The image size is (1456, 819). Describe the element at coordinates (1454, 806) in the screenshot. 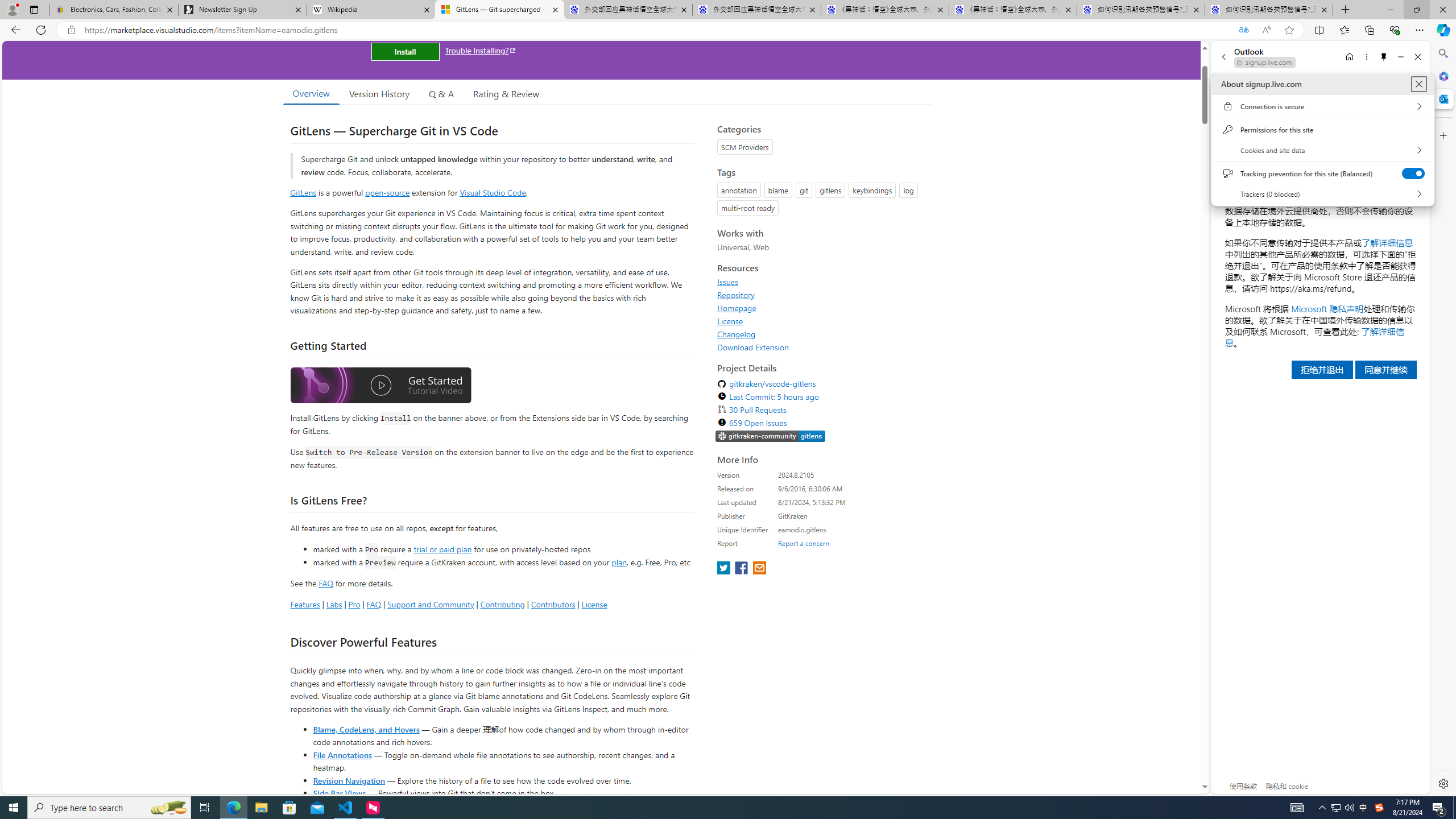

I see `'Show desktop'` at that location.